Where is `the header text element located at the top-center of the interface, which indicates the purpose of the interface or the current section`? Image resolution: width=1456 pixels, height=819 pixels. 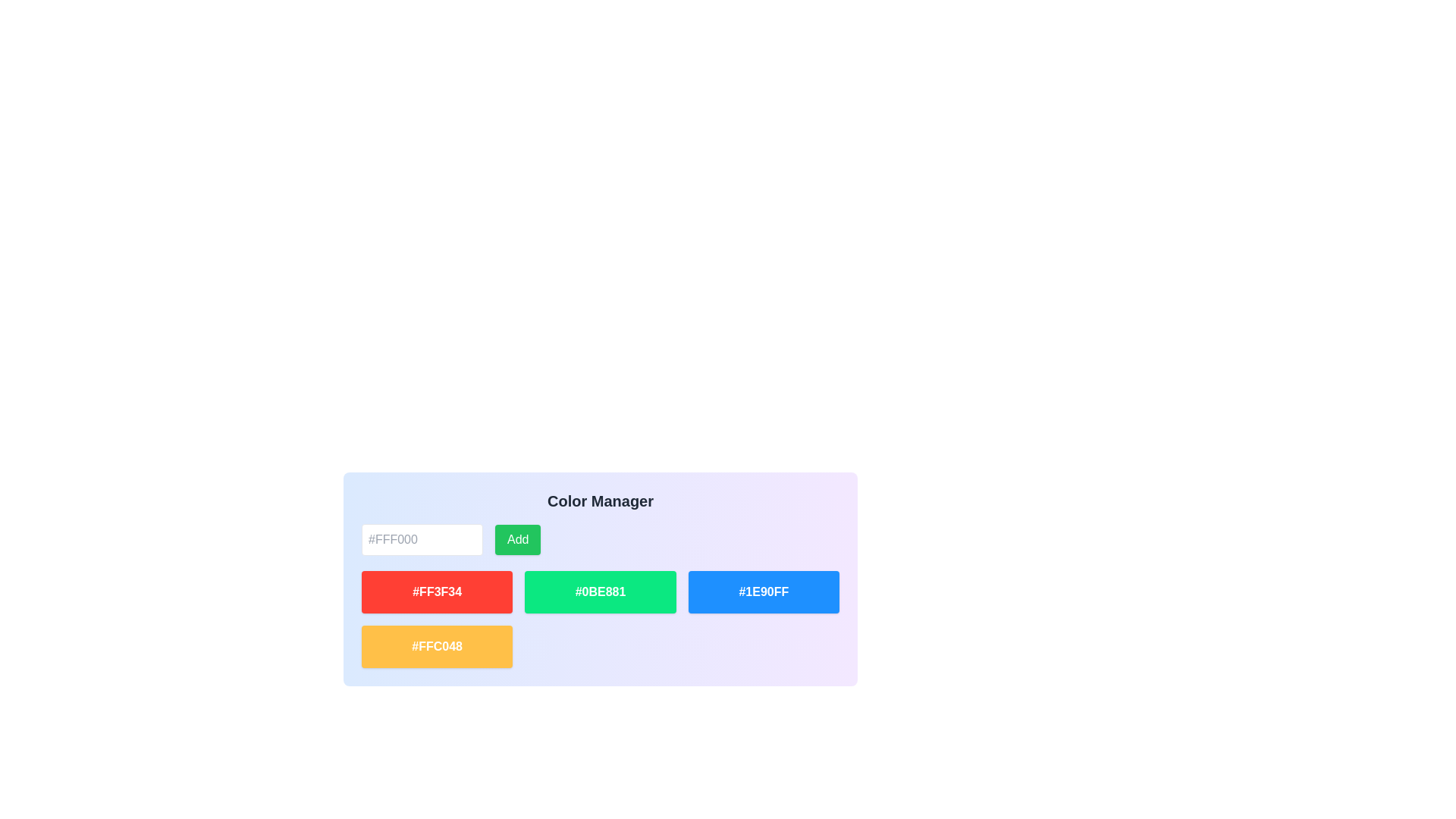
the header text element located at the top-center of the interface, which indicates the purpose of the interface or the current section is located at coordinates (600, 500).